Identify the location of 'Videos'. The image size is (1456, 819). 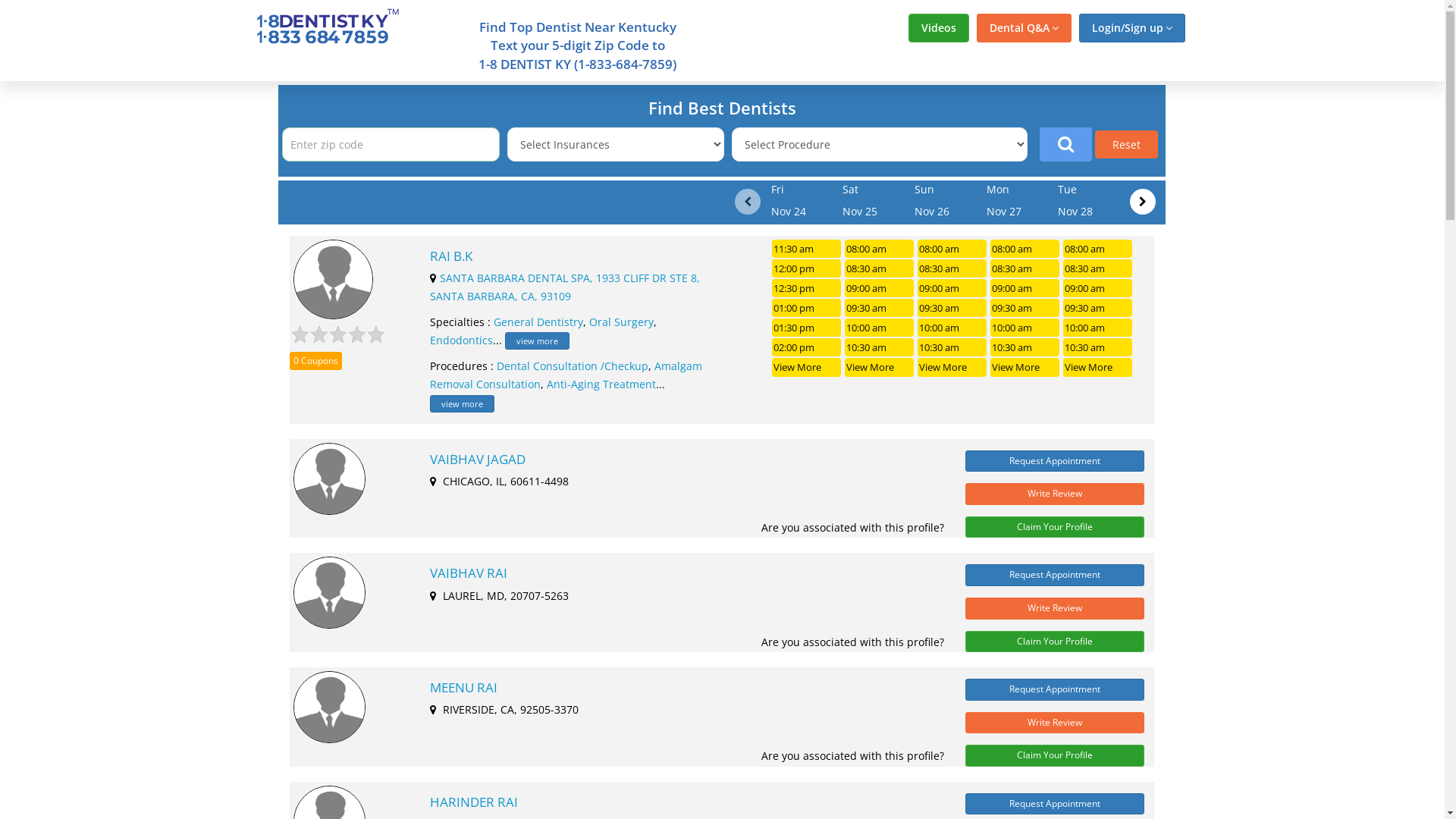
(938, 28).